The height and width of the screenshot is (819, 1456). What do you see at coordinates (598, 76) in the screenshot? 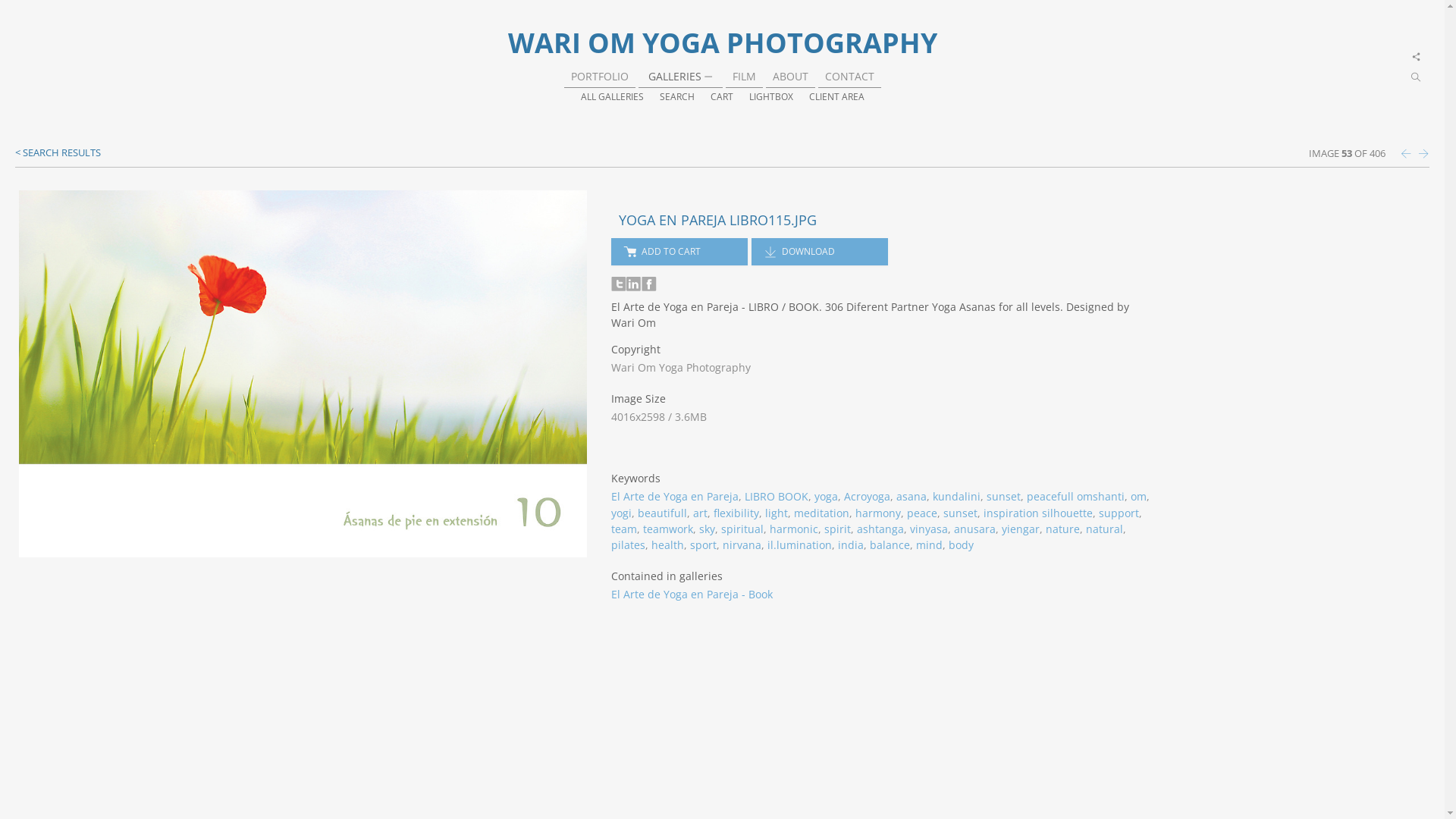
I see `'PORTFOLIO'` at bounding box center [598, 76].